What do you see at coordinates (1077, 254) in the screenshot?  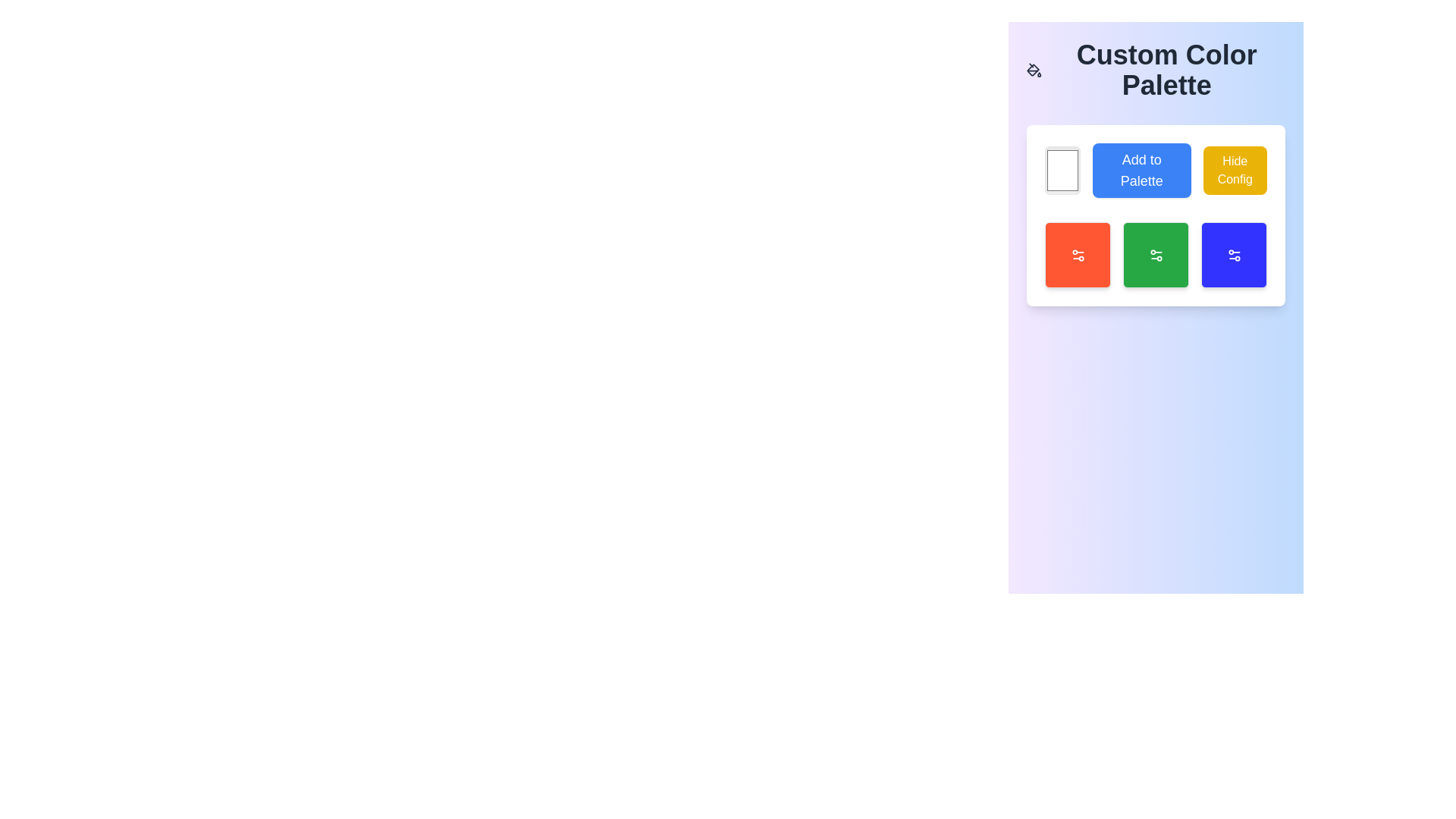 I see `the left-most red button with a white adjustment sliders icon located in the lower portion of a white card element` at bounding box center [1077, 254].